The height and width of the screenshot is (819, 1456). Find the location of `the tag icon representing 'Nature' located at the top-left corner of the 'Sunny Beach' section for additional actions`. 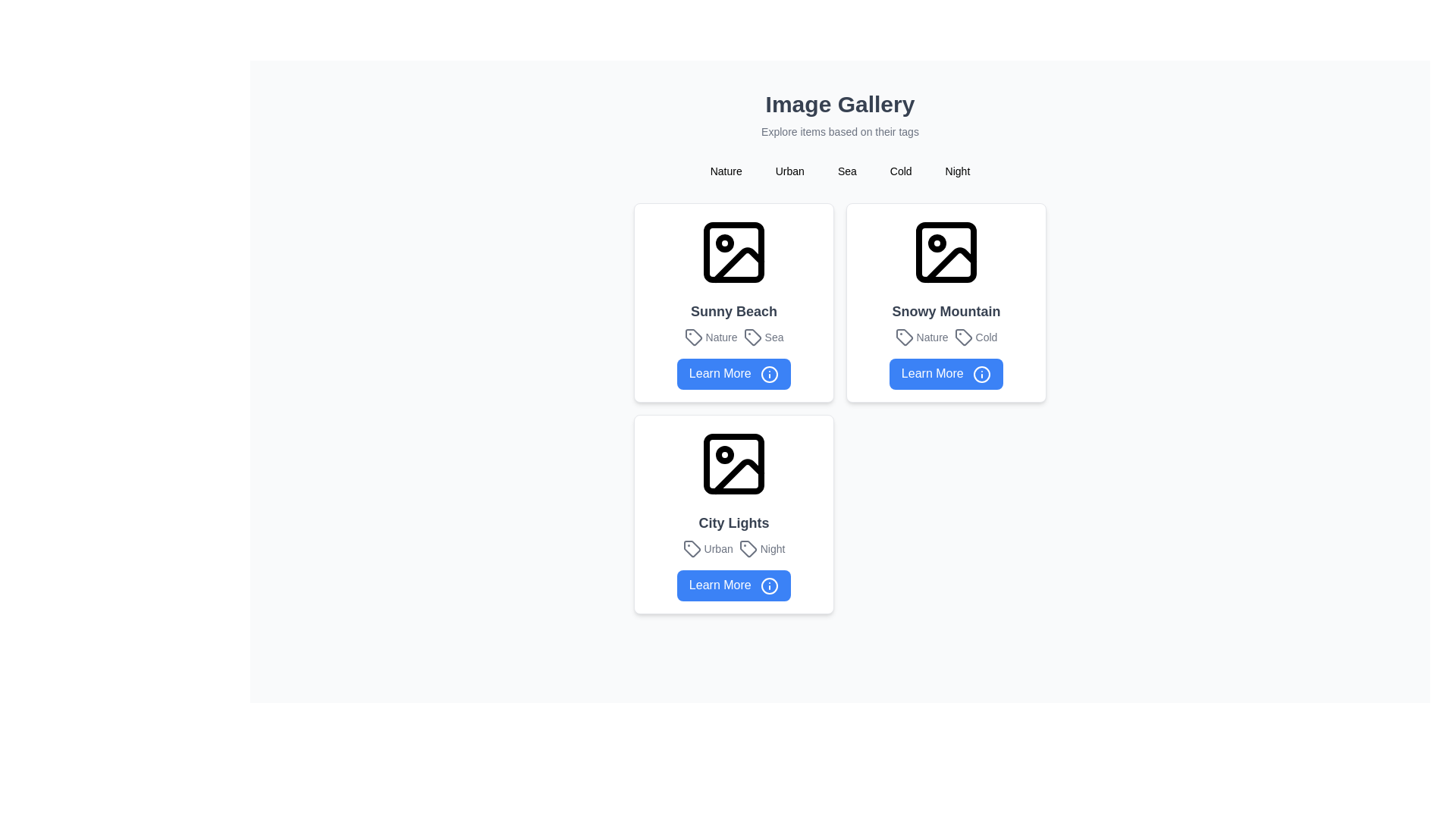

the tag icon representing 'Nature' located at the top-left corner of the 'Sunny Beach' section for additional actions is located at coordinates (692, 336).